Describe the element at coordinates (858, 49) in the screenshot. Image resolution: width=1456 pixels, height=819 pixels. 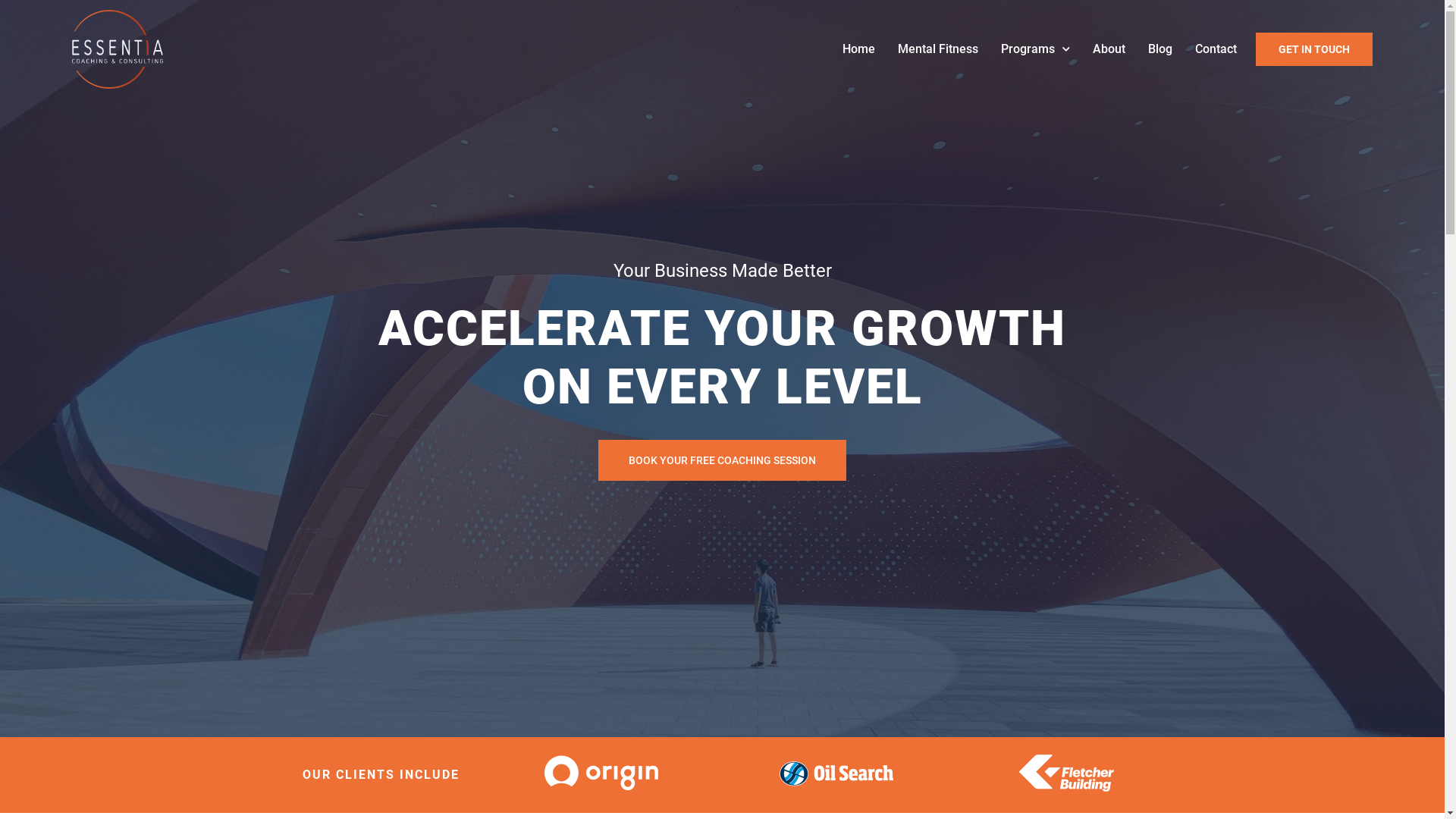
I see `'Home'` at that location.